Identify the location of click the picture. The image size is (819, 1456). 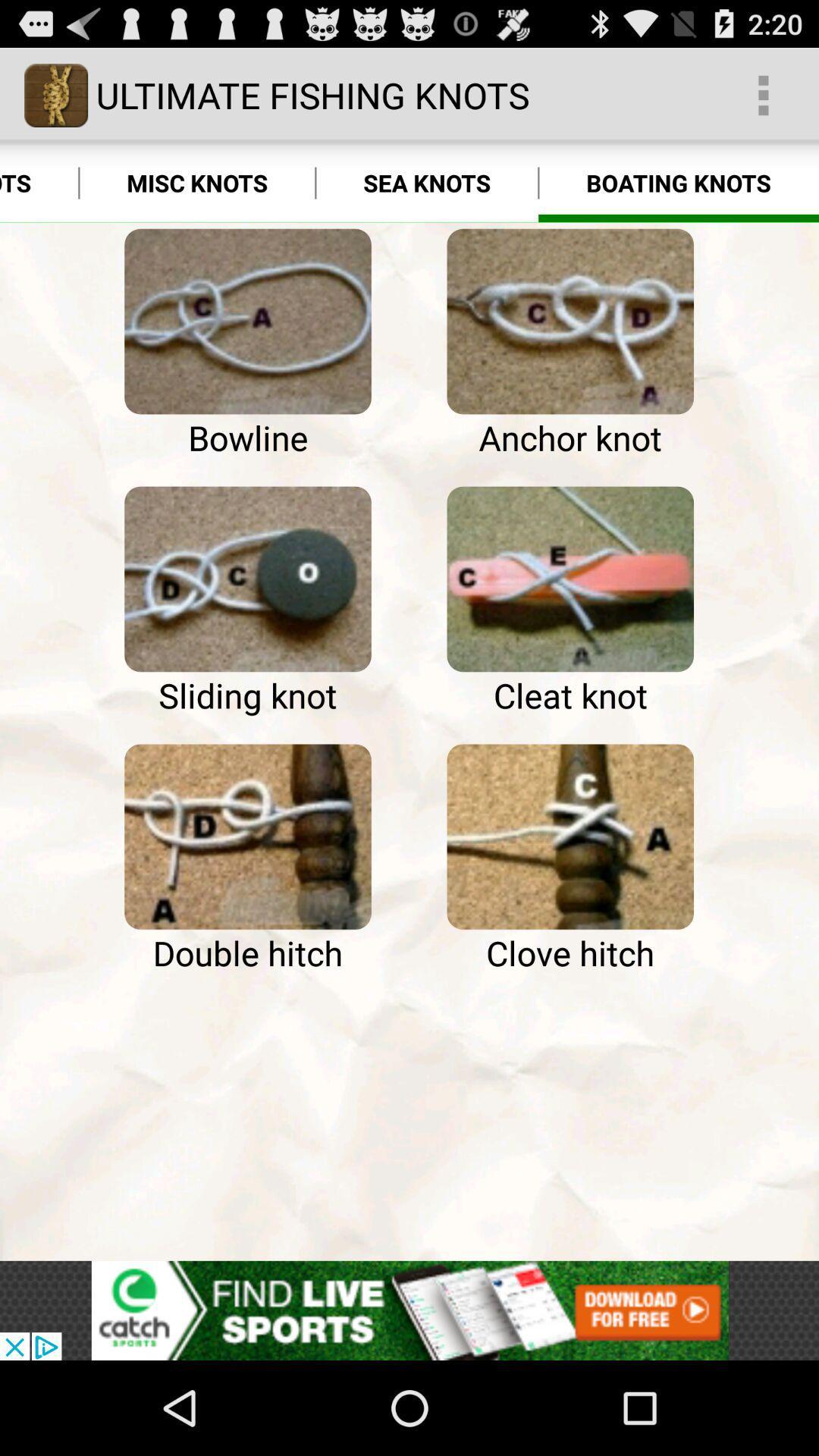
(570, 321).